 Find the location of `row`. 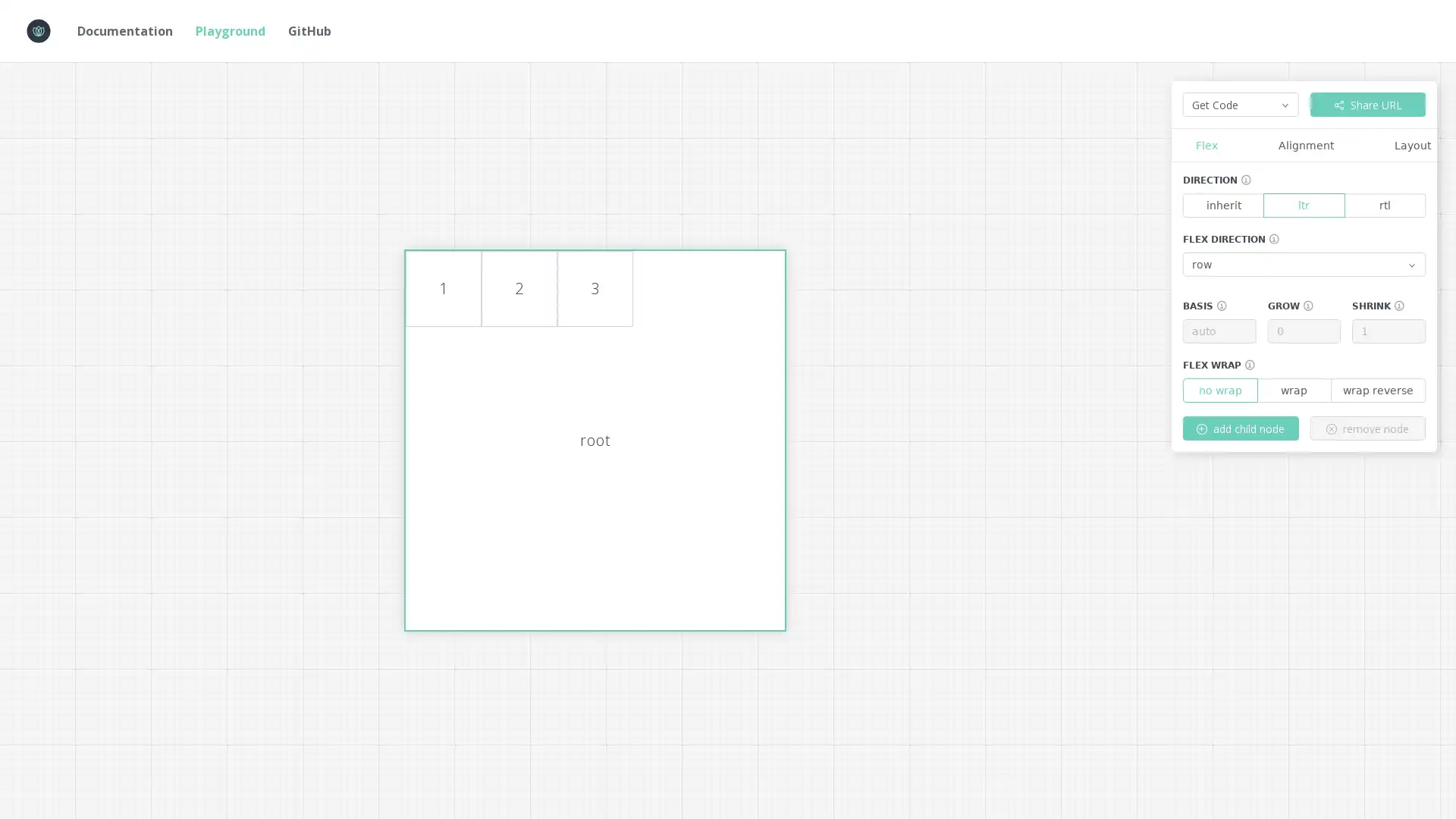

row is located at coordinates (1303, 263).